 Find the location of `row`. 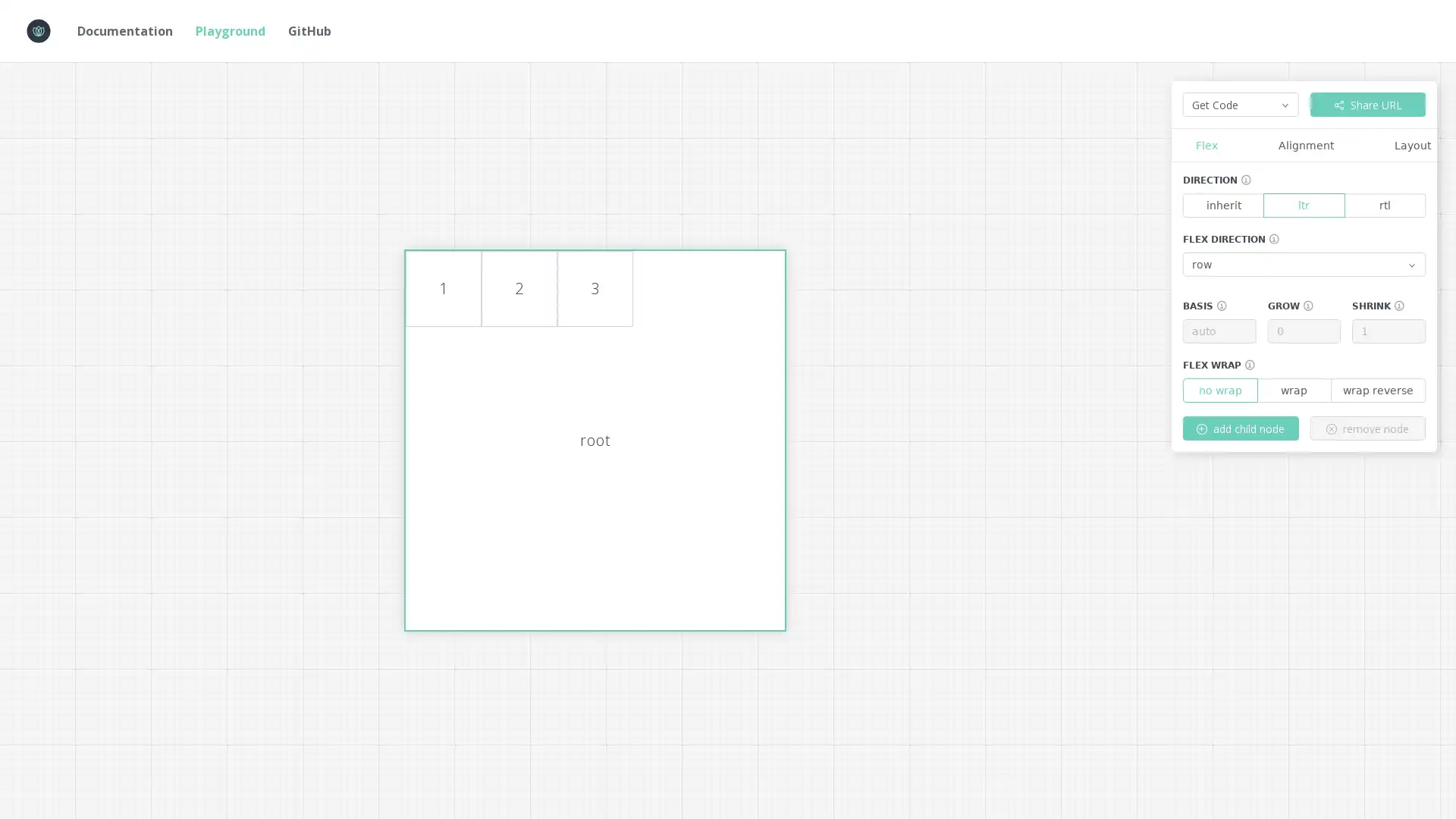

row is located at coordinates (1303, 263).